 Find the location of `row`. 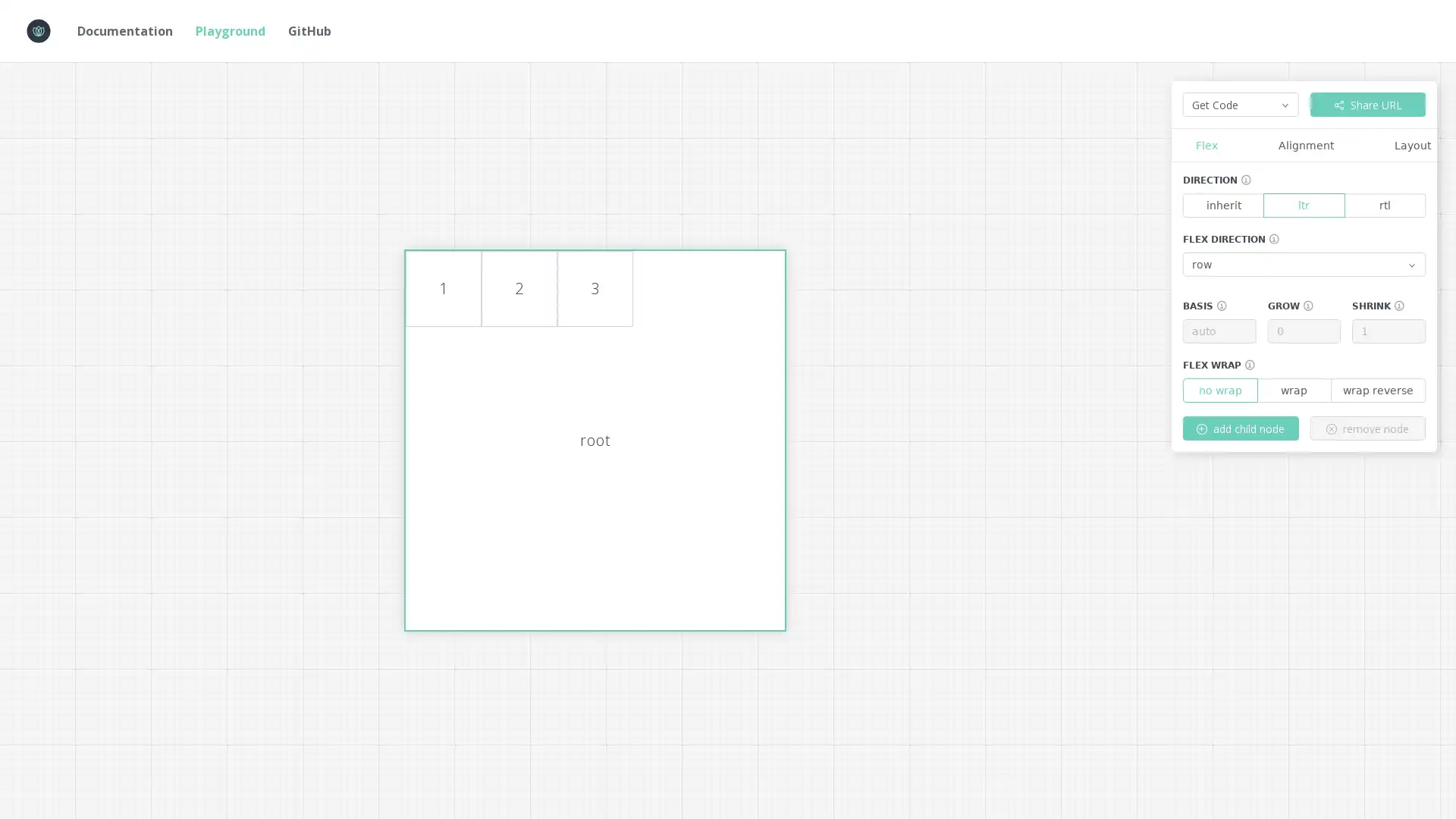

row is located at coordinates (1303, 263).